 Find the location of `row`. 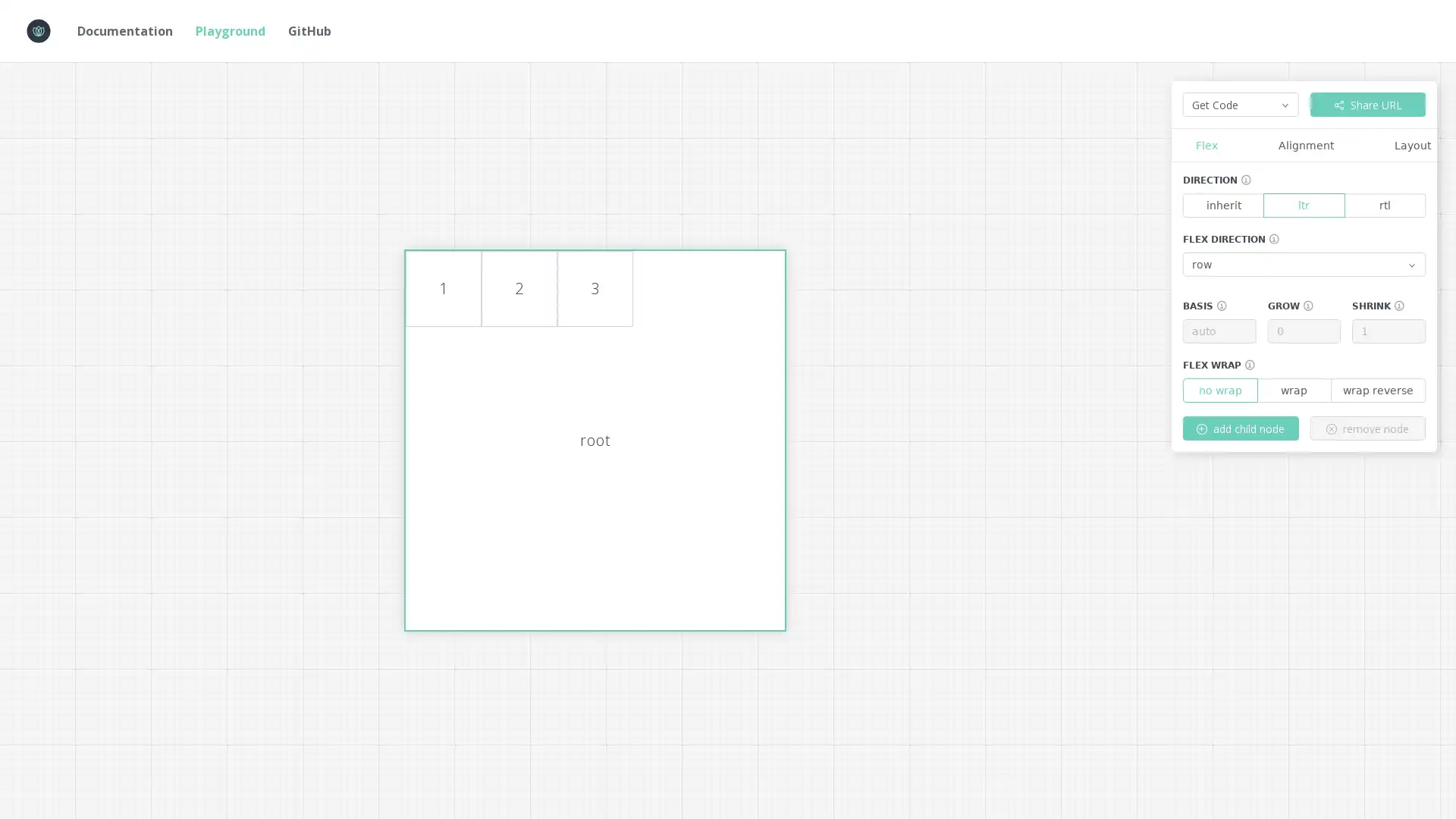

row is located at coordinates (1303, 263).